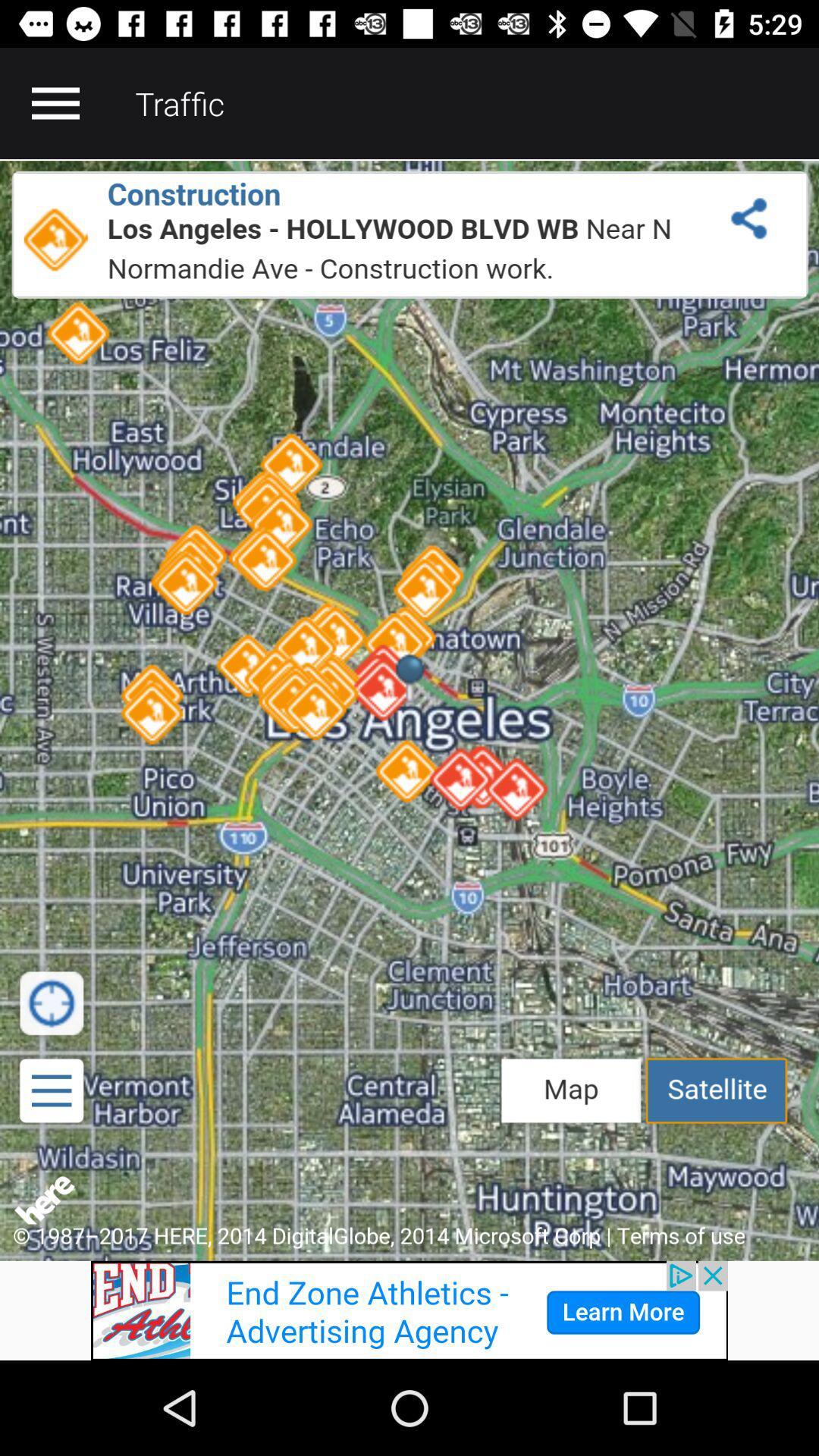  What do you see at coordinates (55, 102) in the screenshot?
I see `open menu` at bounding box center [55, 102].